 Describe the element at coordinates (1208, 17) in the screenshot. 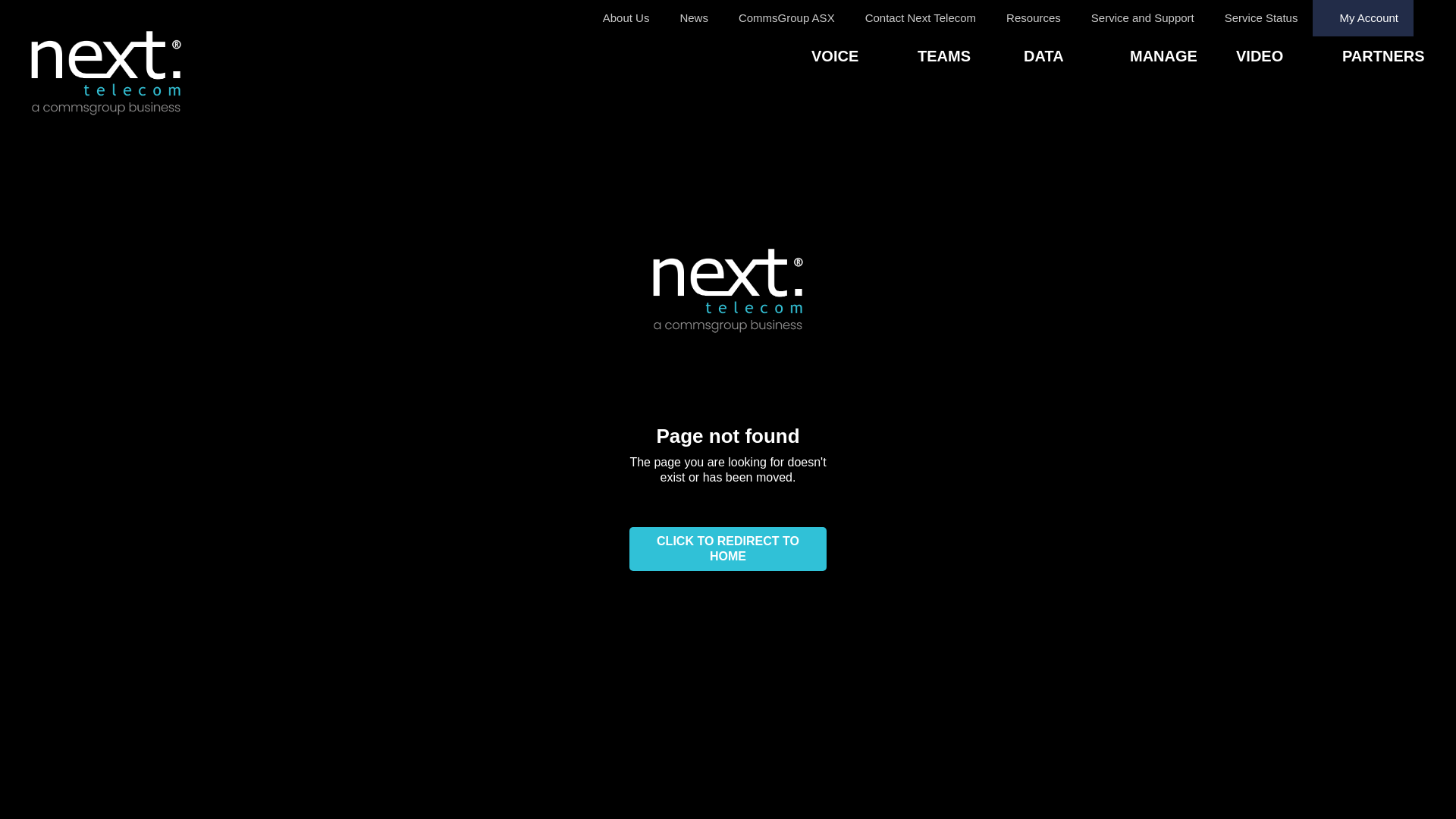

I see `'Service Status'` at that location.